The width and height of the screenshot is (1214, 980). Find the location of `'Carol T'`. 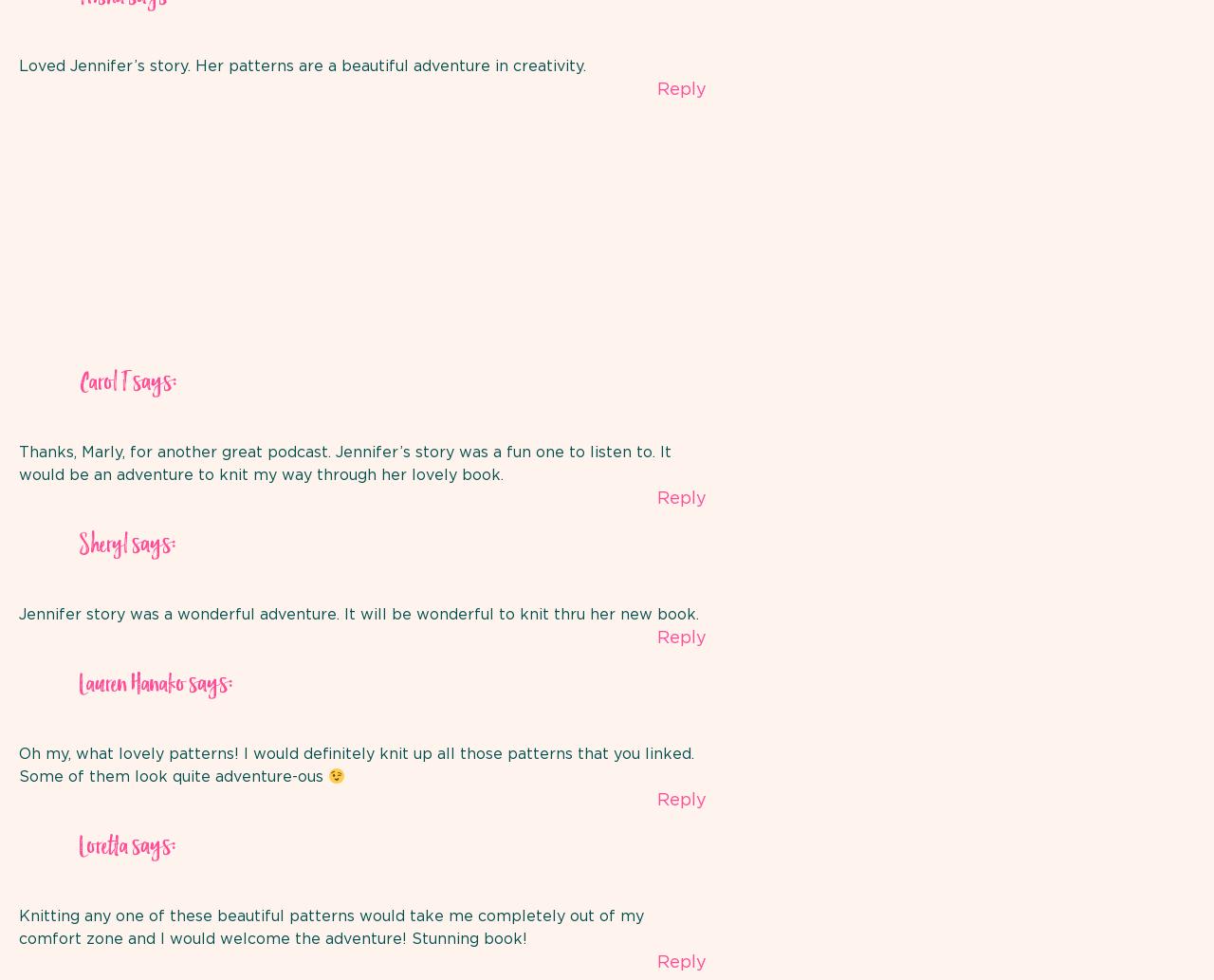

'Carol T' is located at coordinates (102, 383).